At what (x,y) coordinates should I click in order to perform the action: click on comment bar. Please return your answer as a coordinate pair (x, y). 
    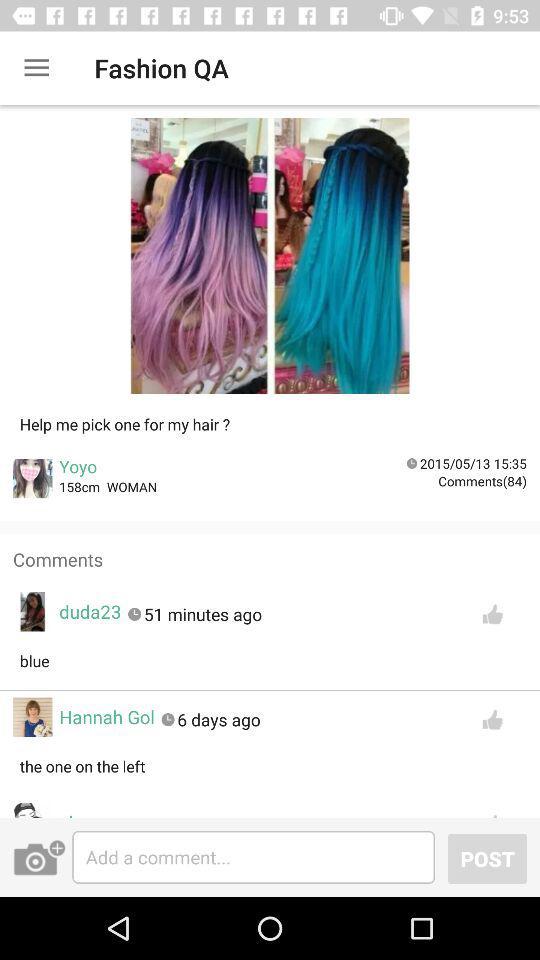
    Looking at the image, I should click on (253, 856).